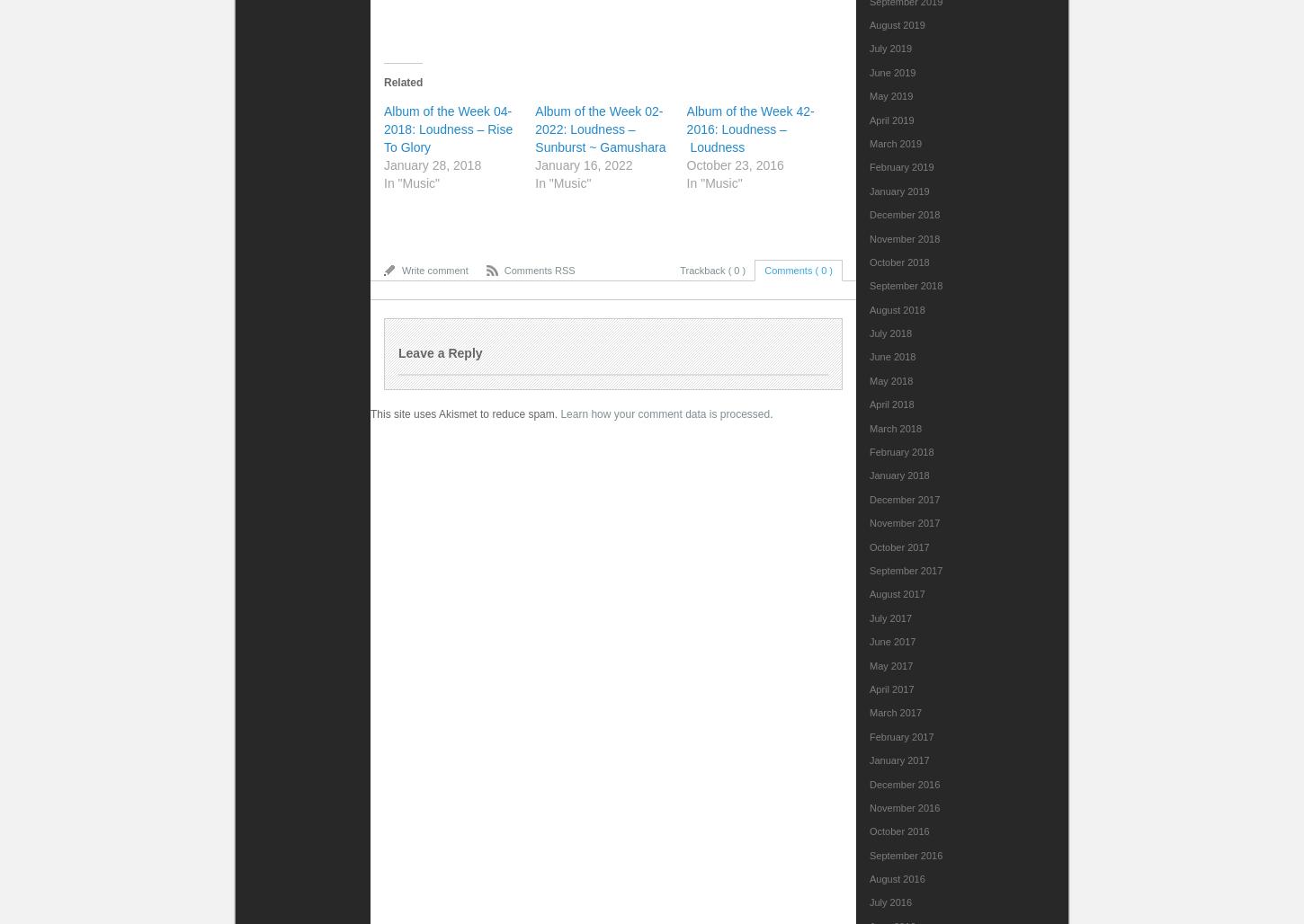 This screenshot has height=924, width=1304. Describe the element at coordinates (901, 736) in the screenshot. I see `'February 2017'` at that location.